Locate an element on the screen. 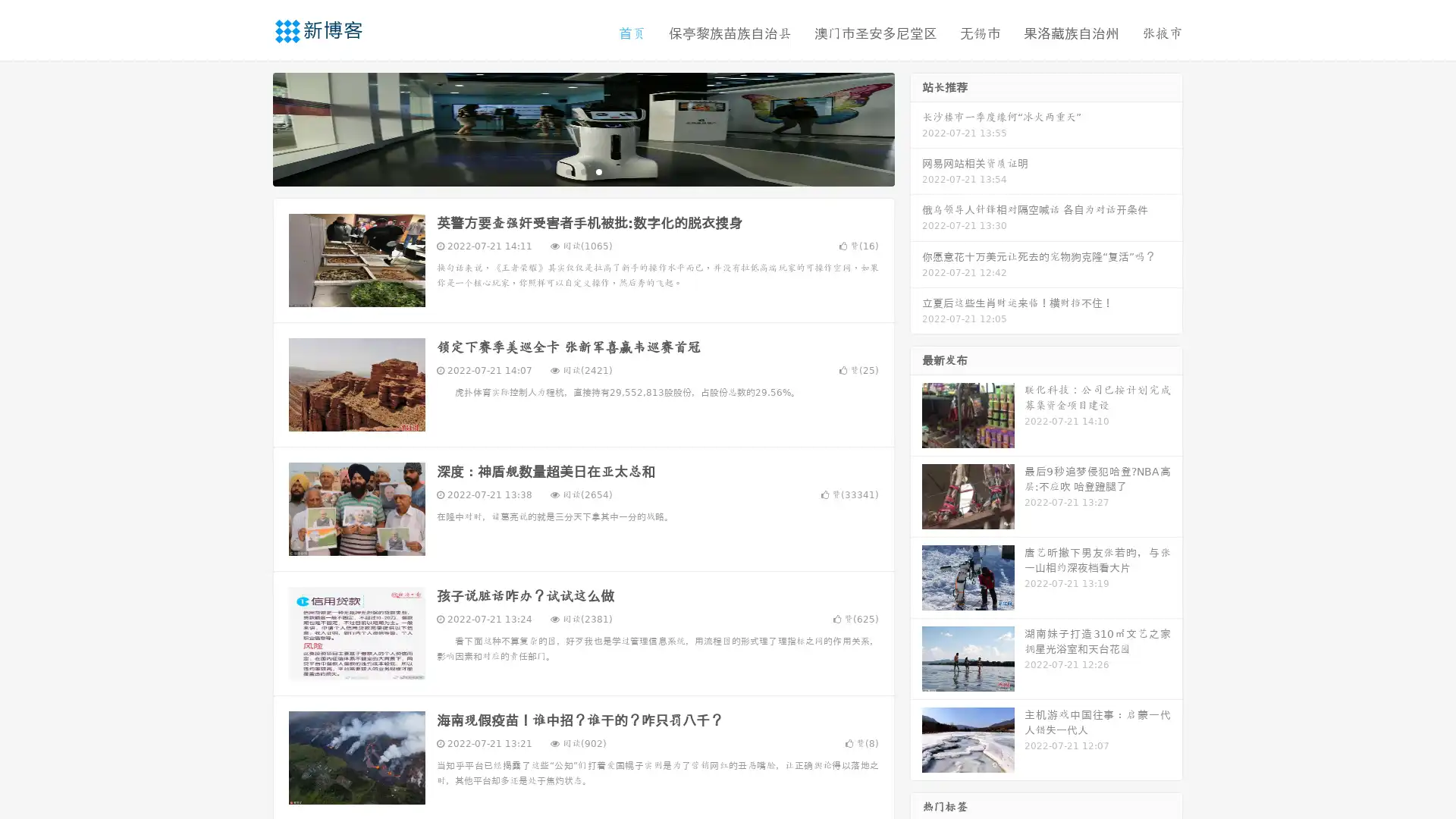 The width and height of the screenshot is (1456, 819). Previous slide is located at coordinates (250, 127).